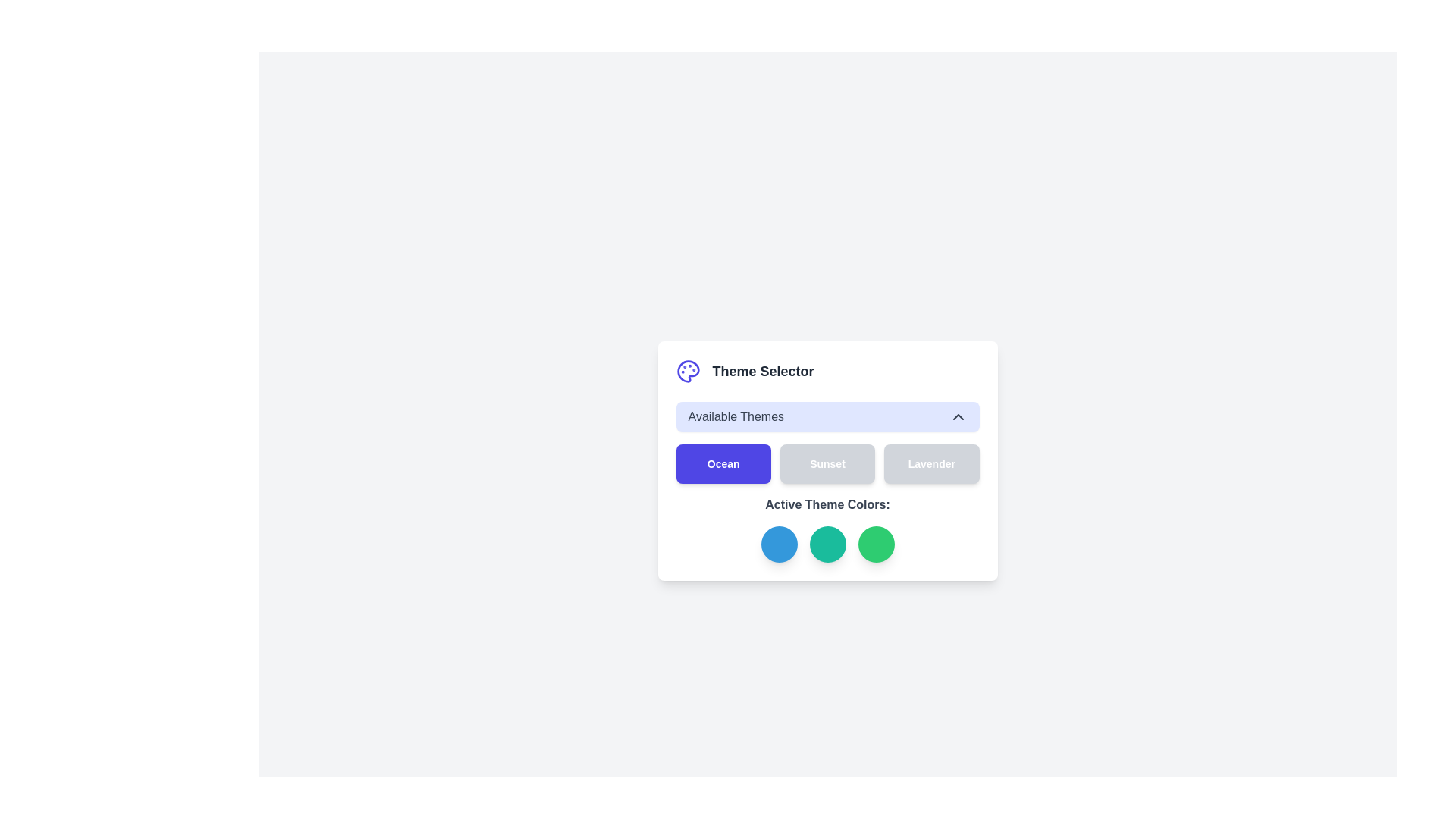 This screenshot has height=819, width=1456. What do you see at coordinates (687, 371) in the screenshot?
I see `the blue or indigo palette icon located to the left of the 'Theme Selector' text` at bounding box center [687, 371].